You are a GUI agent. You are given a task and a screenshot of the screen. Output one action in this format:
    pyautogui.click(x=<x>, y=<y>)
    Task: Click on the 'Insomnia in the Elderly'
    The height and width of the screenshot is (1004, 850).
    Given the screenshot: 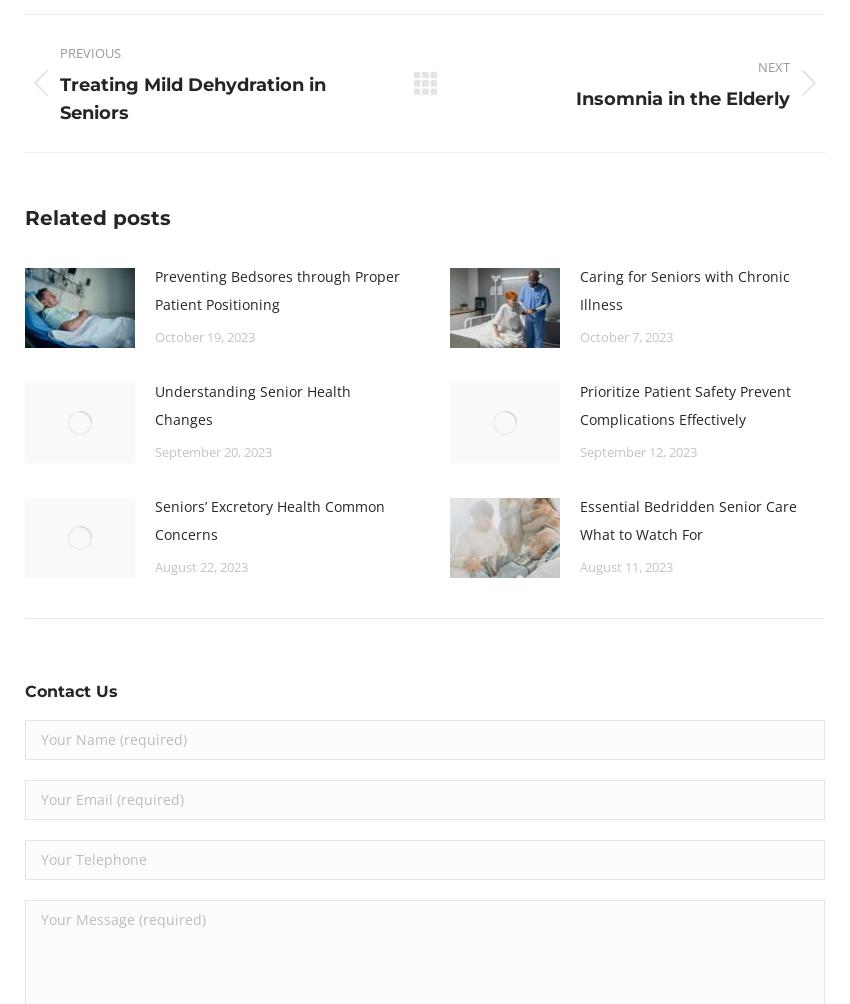 What is the action you would take?
    pyautogui.click(x=681, y=97)
    